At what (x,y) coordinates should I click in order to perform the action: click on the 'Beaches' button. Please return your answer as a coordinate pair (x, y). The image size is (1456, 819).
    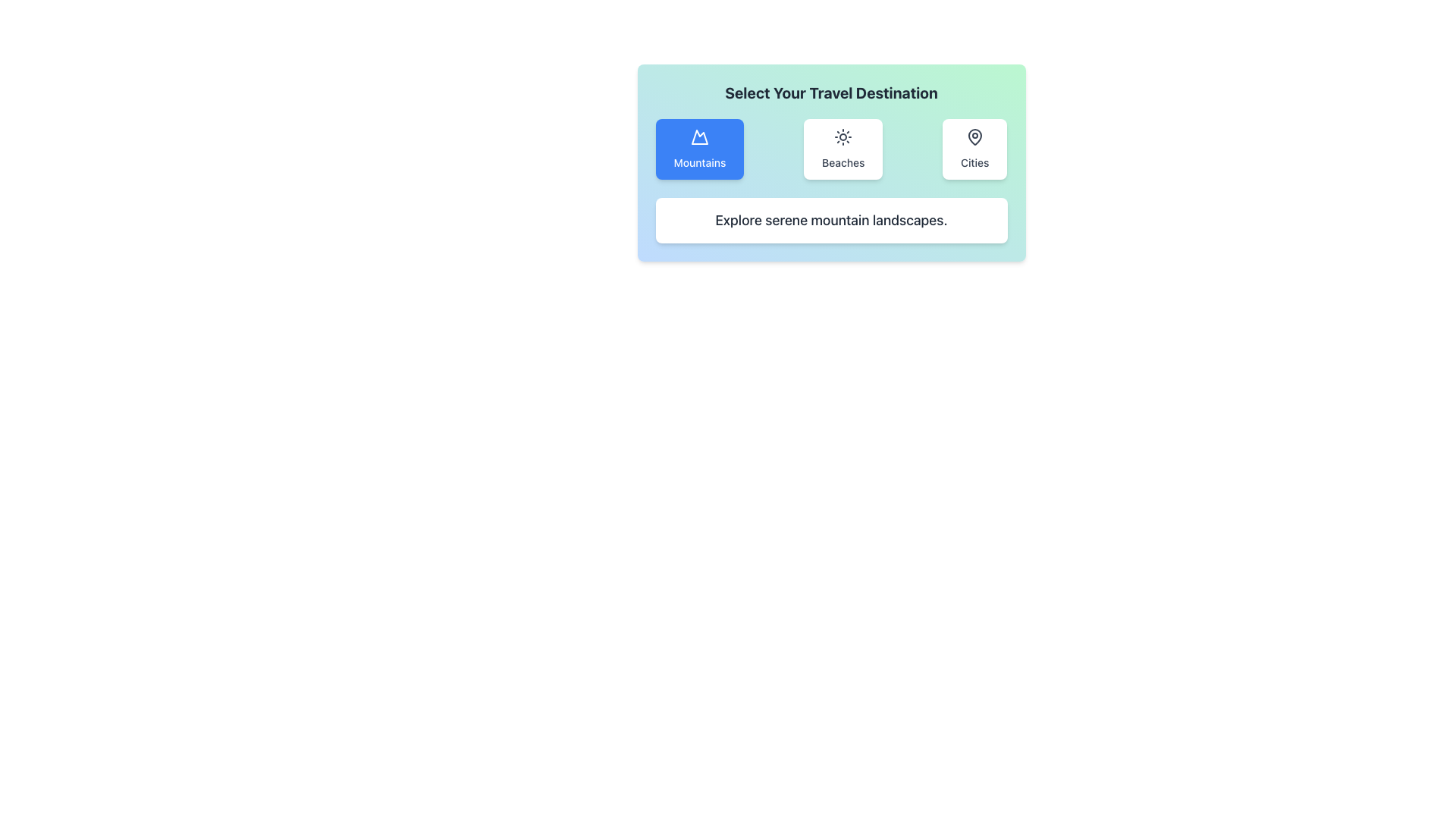
    Looking at the image, I should click on (843, 149).